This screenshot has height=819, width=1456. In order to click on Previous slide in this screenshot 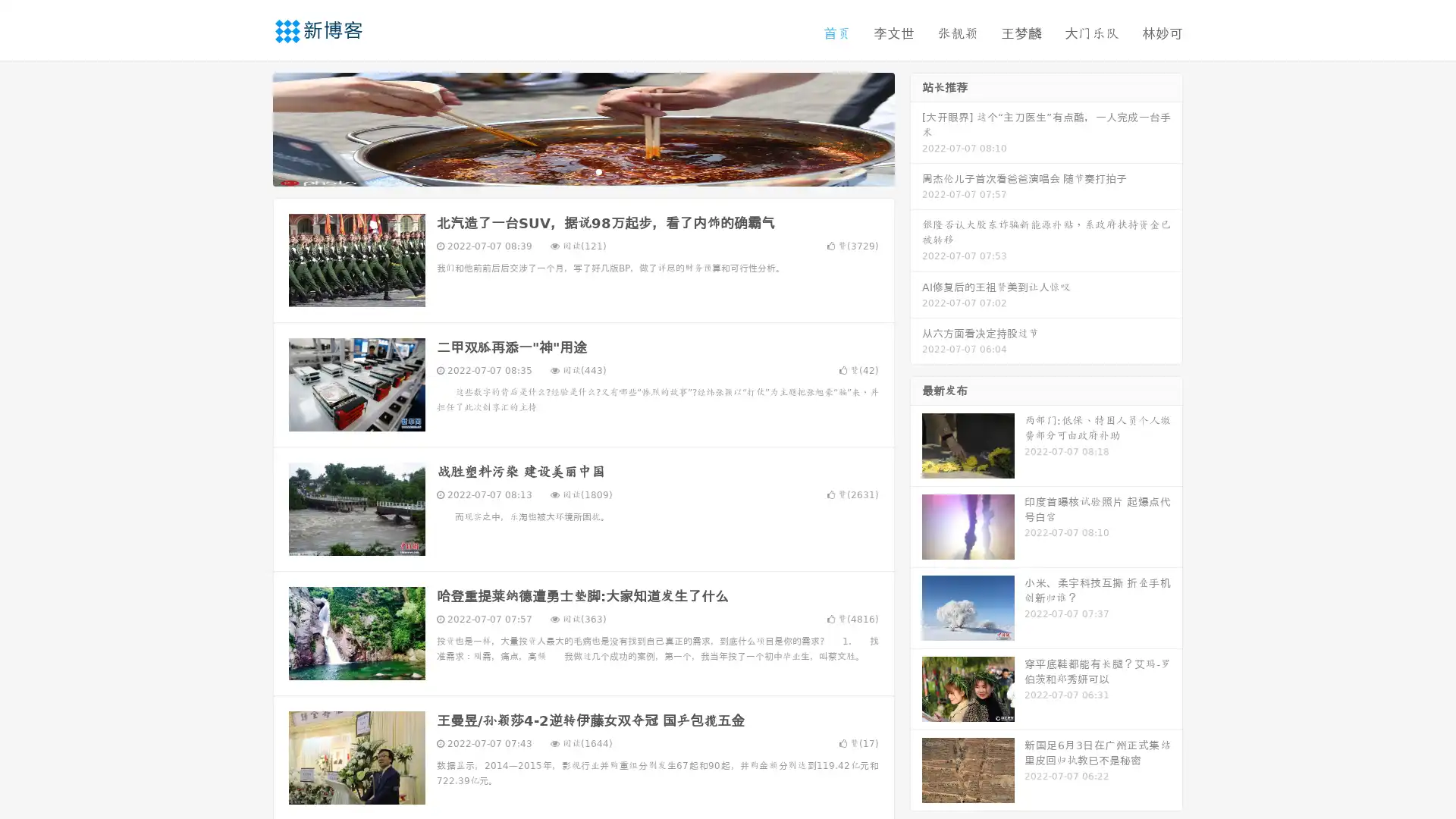, I will do `click(250, 127)`.